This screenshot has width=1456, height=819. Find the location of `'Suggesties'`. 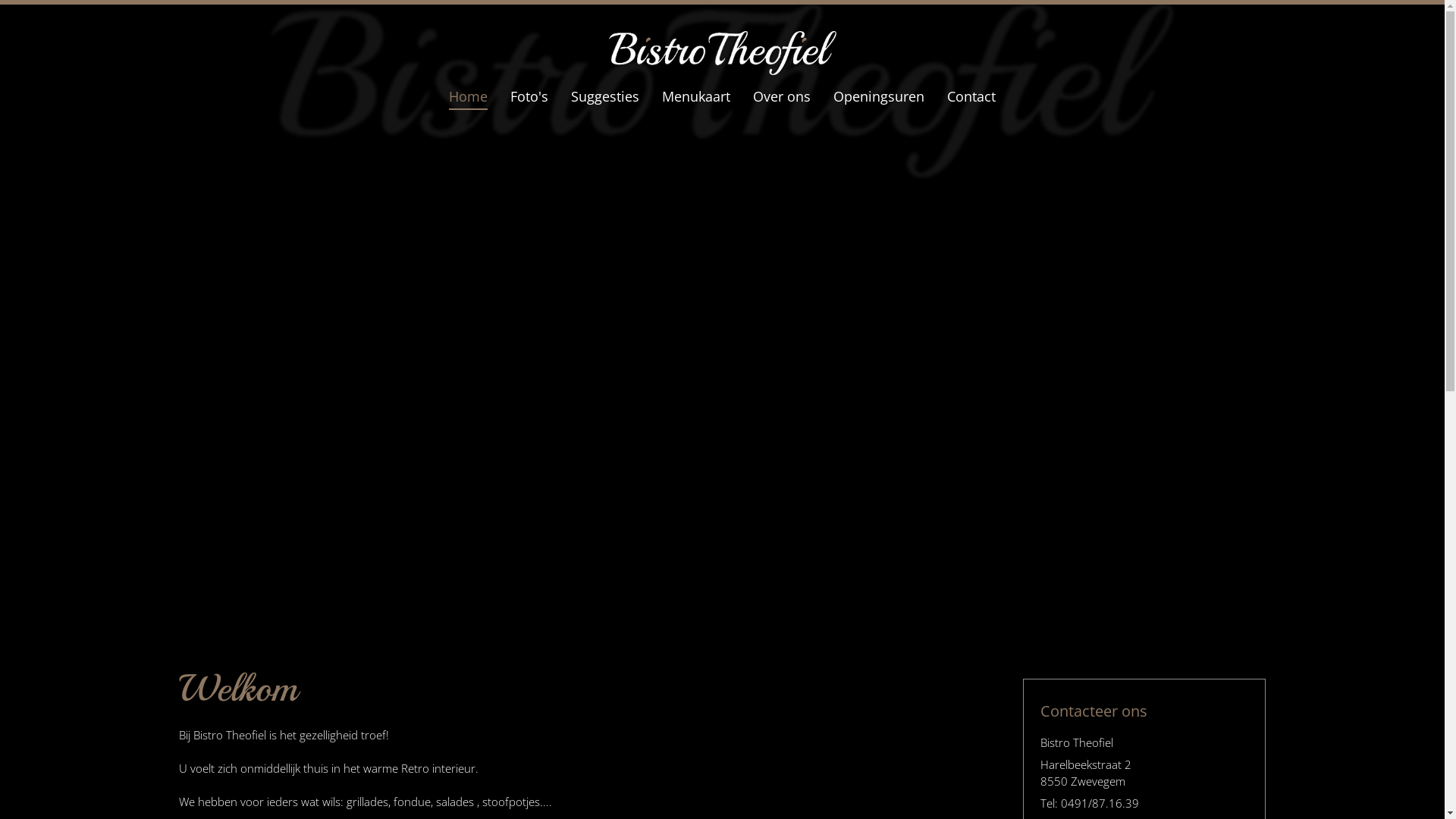

'Suggesties' is located at coordinates (604, 95).